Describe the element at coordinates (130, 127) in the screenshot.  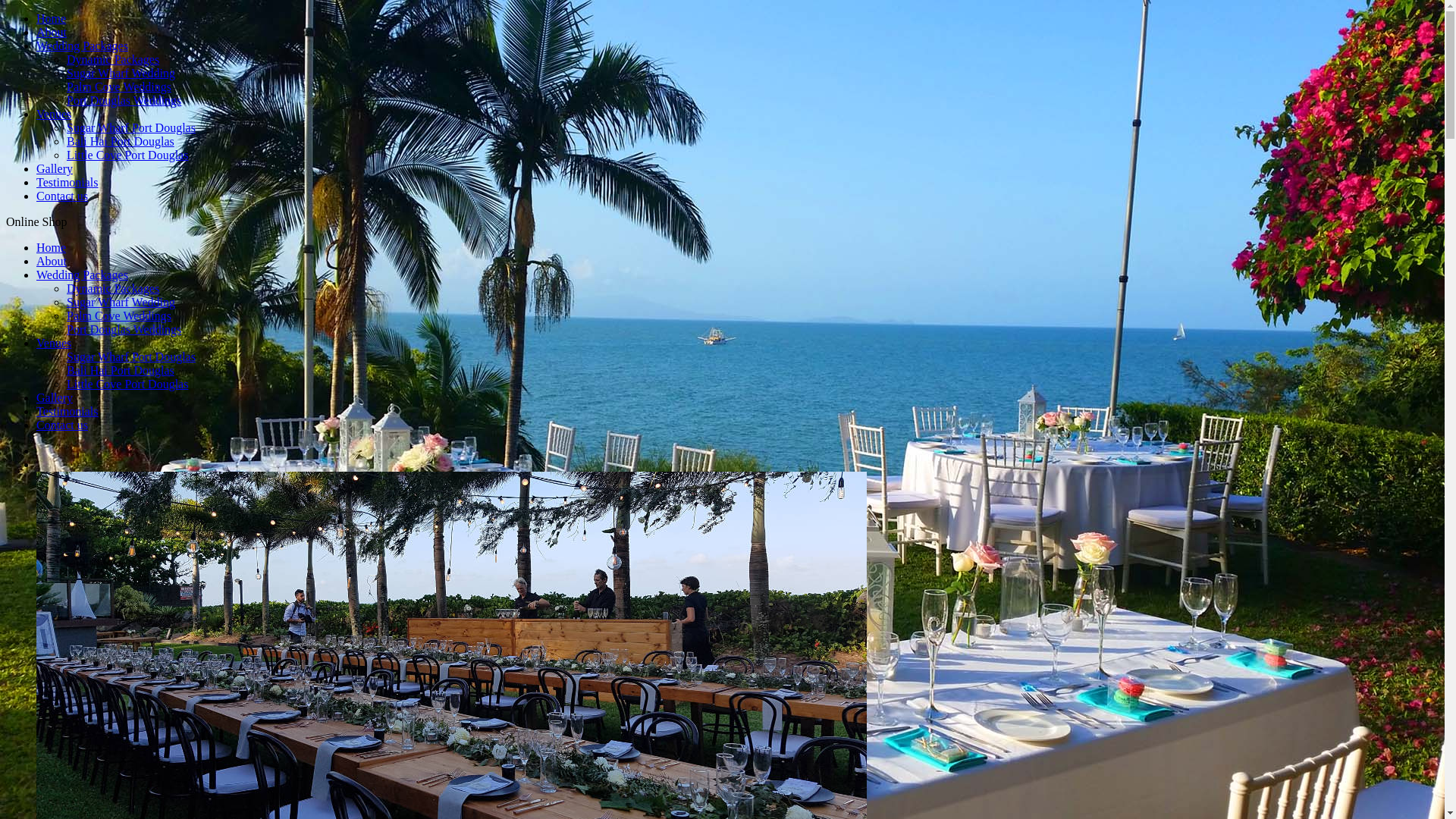
I see `'Sugar Wharf Port Douglas'` at that location.